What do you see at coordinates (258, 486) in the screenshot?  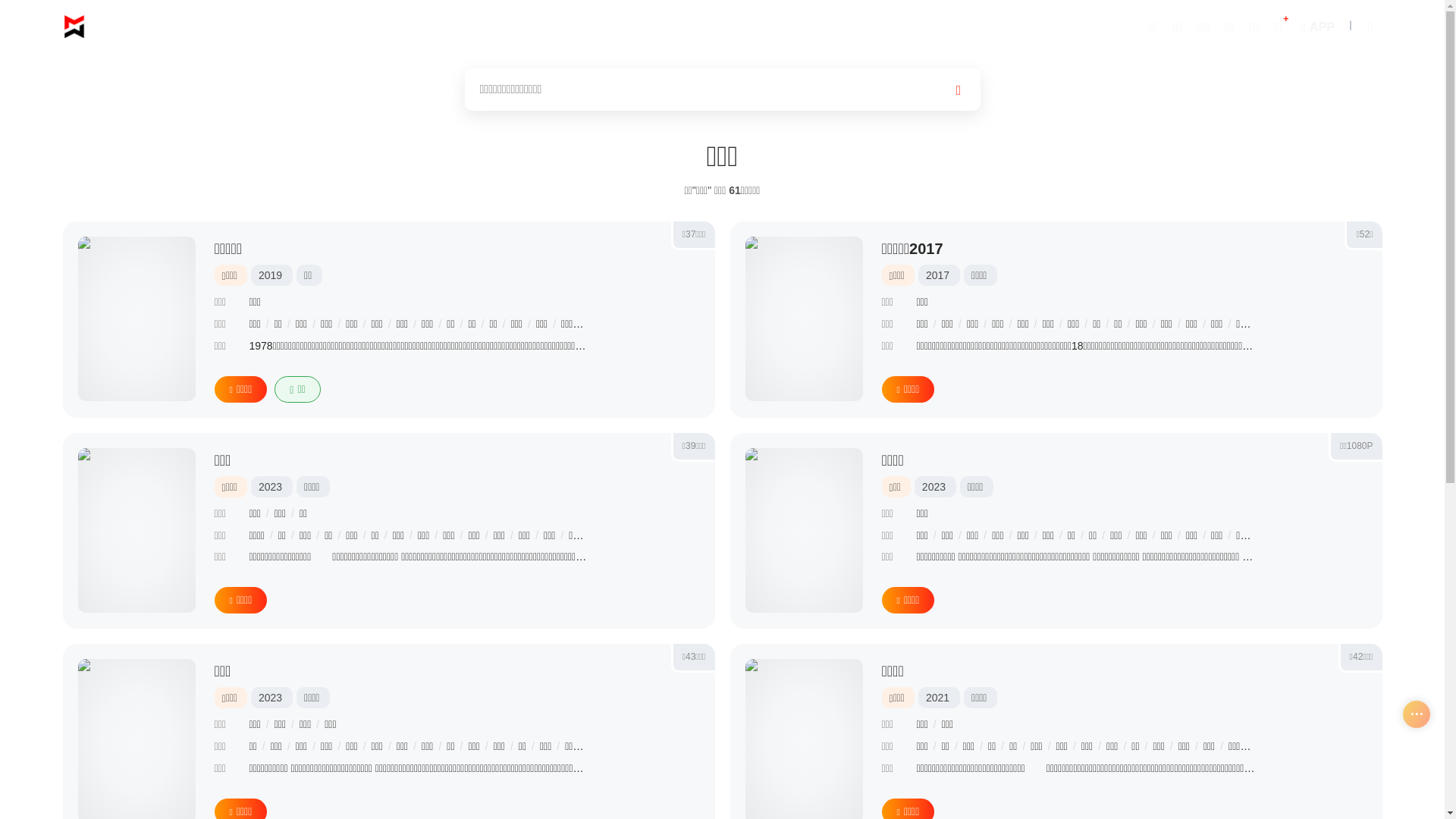 I see `'2023'` at bounding box center [258, 486].